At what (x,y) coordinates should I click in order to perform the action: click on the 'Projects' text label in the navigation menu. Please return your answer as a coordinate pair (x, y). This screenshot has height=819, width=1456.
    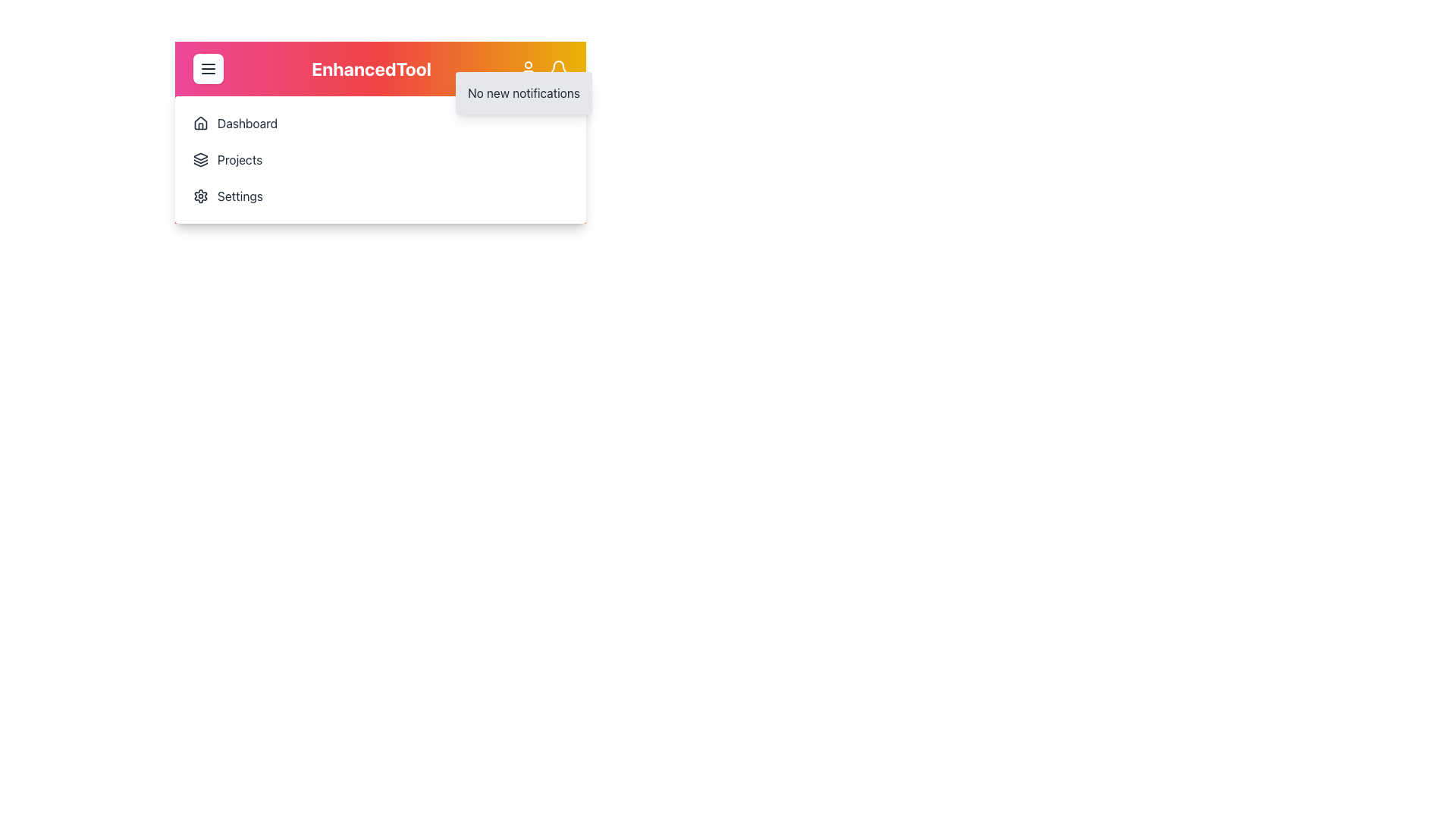
    Looking at the image, I should click on (239, 160).